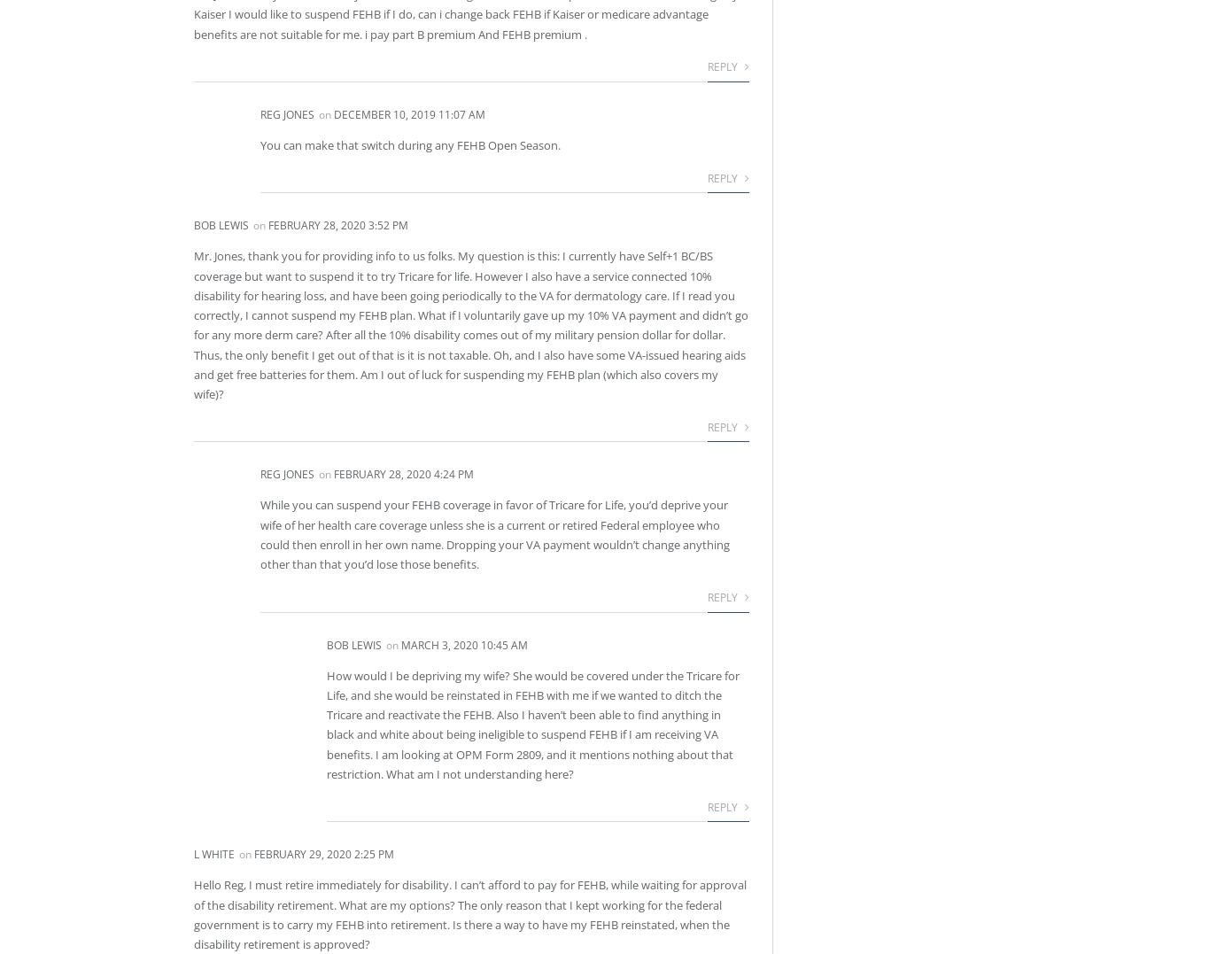 The width and height of the screenshot is (1232, 954). What do you see at coordinates (471, 324) in the screenshot?
I see `'Mr. Jones, thank you for providing info to us folks. My question is this: I currently have Self+1 BC/BS coverage but want to suspend it to try Tricare for life. However I also have a service connected 10% disability for hearing loss, and have been going periodically to the VA for dermatology care. If I read you correctly, I cannot suspend my FEHB plan. What if I voluntarily gave up my 10% VA payment and didn’t go for any more derm care? After all the 10% disability comes out of my military pension dollar for dollar. Thus, the only benefit I get out of that is it is not taxable. Oh, and I also have some VA-issued hearing aids and get free batteries for them. Am I out of luck for suspending my FEHB plan (which also covers my wife)?'` at bounding box center [471, 324].